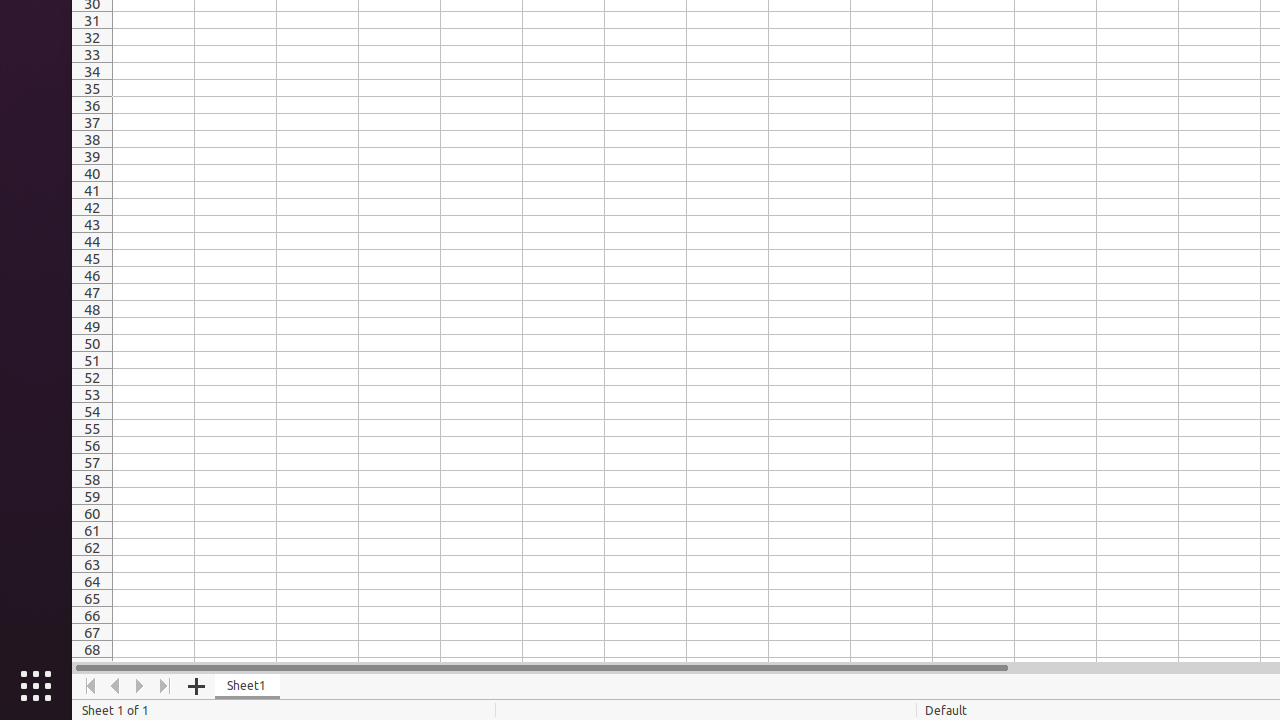  Describe the element at coordinates (139, 685) in the screenshot. I see `'Move Right'` at that location.